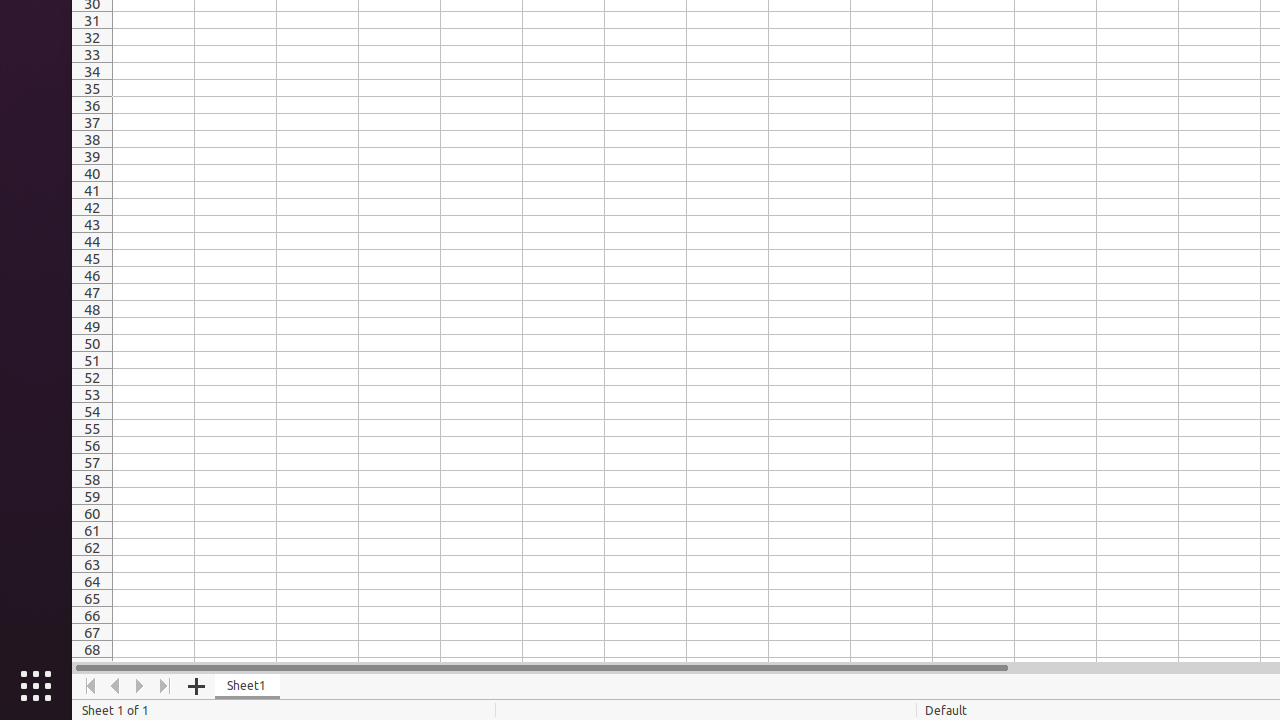  Describe the element at coordinates (139, 685) in the screenshot. I see `'Move Right'` at that location.